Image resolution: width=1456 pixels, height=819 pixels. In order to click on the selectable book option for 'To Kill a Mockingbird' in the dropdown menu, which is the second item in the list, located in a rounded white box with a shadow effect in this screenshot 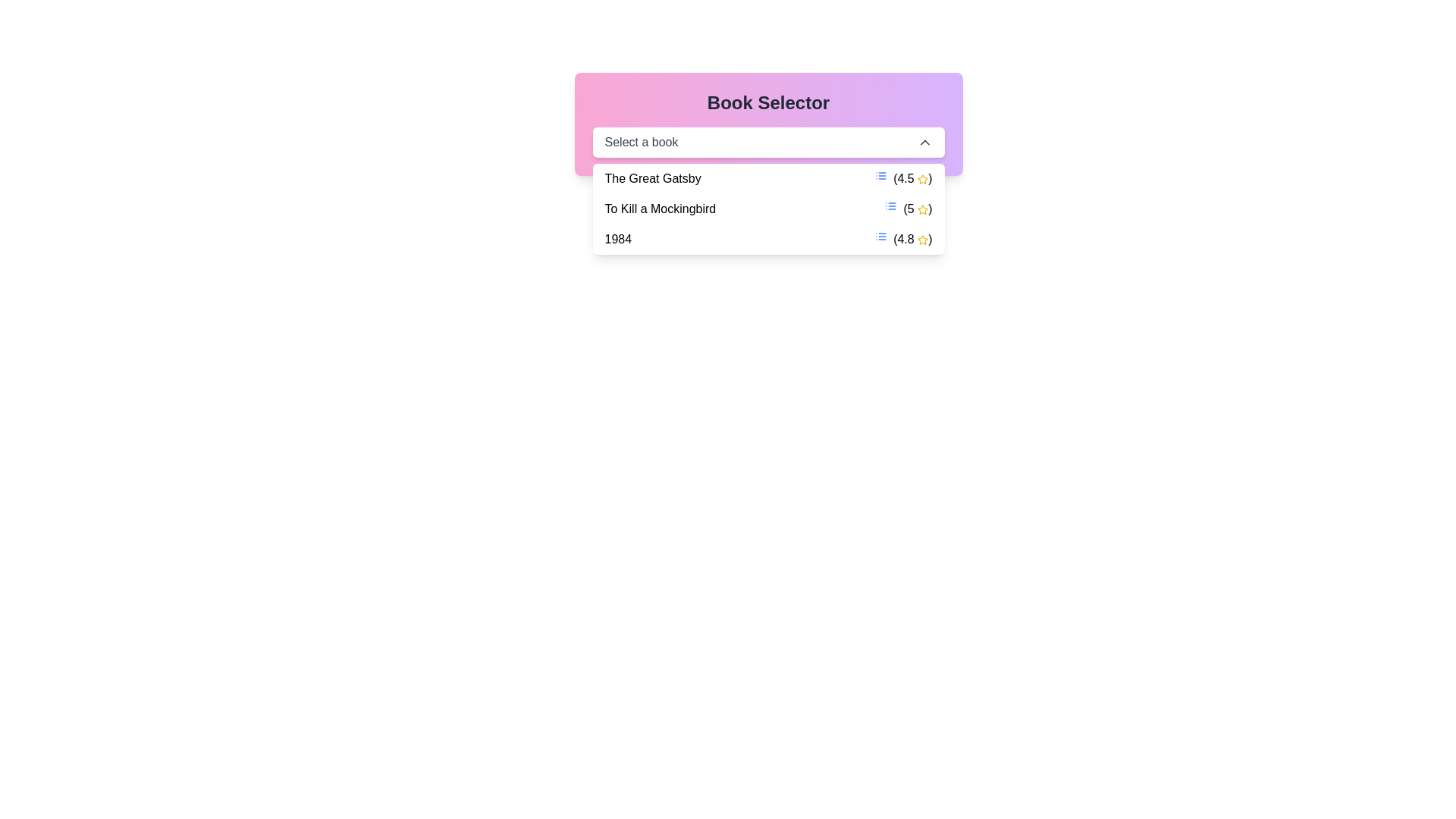, I will do `click(768, 209)`.